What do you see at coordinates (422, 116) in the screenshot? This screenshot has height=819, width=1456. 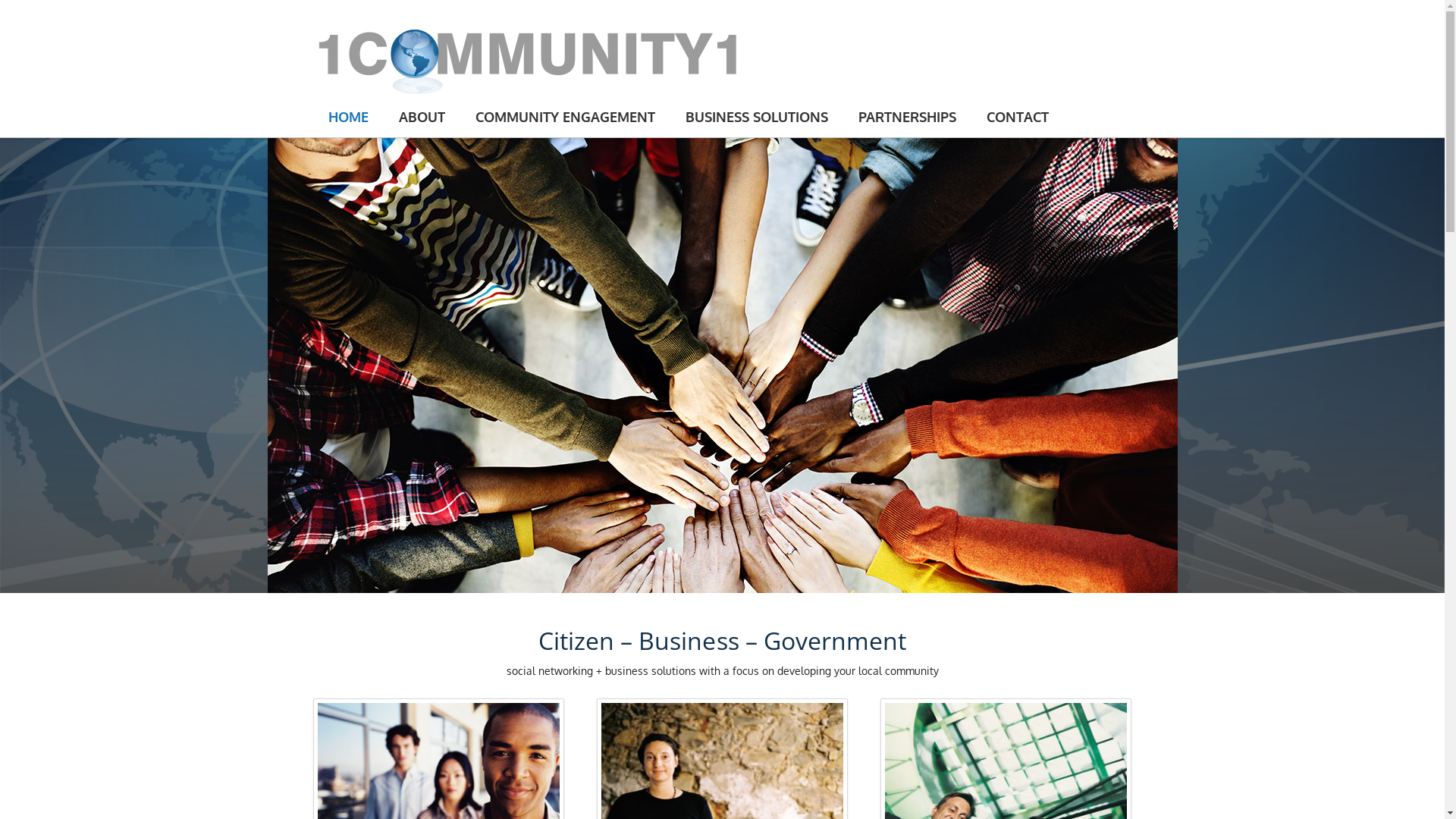 I see `'ABOUT'` at bounding box center [422, 116].